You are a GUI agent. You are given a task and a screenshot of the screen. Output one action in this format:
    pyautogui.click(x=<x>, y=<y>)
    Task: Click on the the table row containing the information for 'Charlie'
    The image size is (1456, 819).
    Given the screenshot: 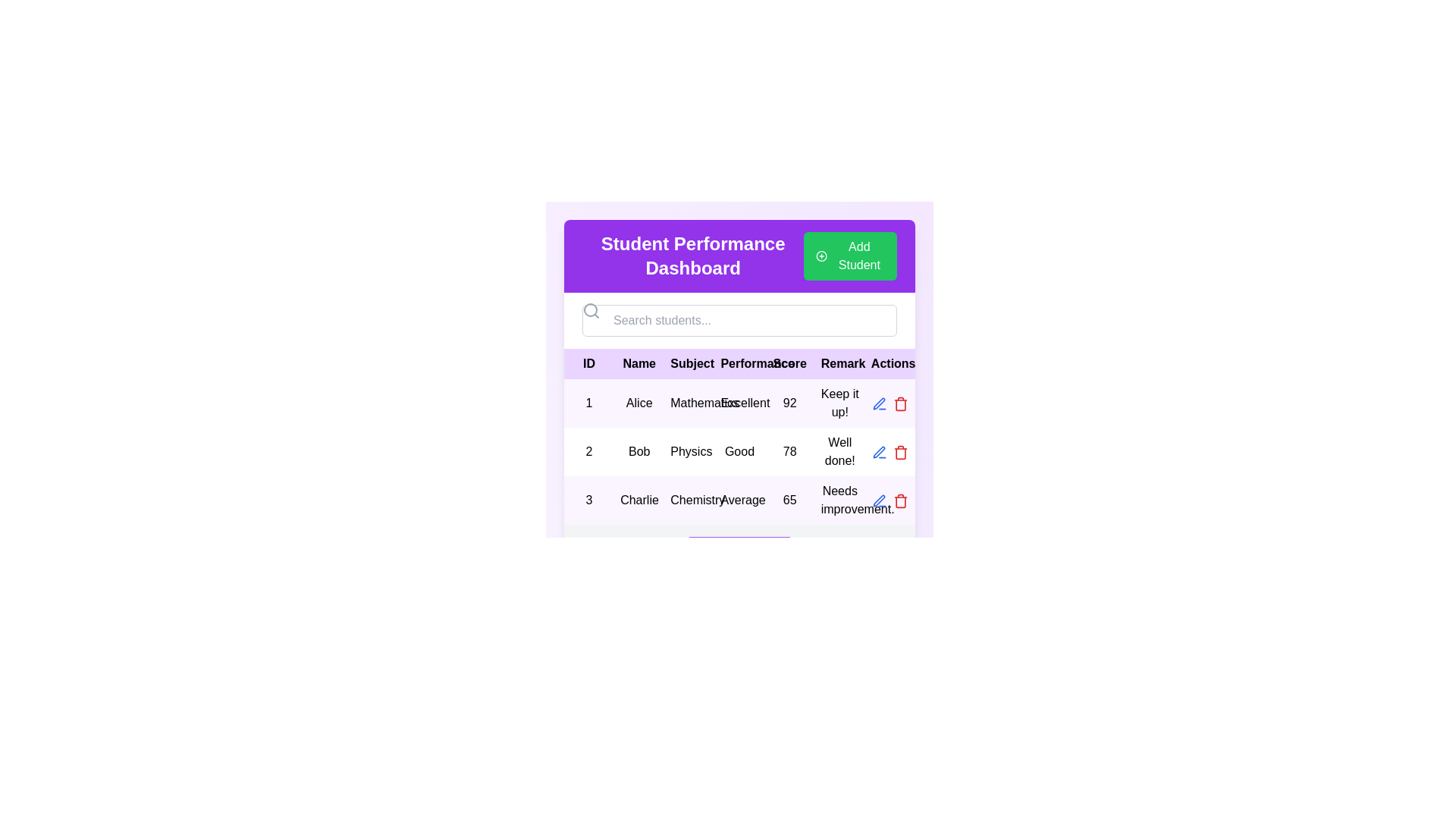 What is the action you would take?
    pyautogui.click(x=739, y=500)
    